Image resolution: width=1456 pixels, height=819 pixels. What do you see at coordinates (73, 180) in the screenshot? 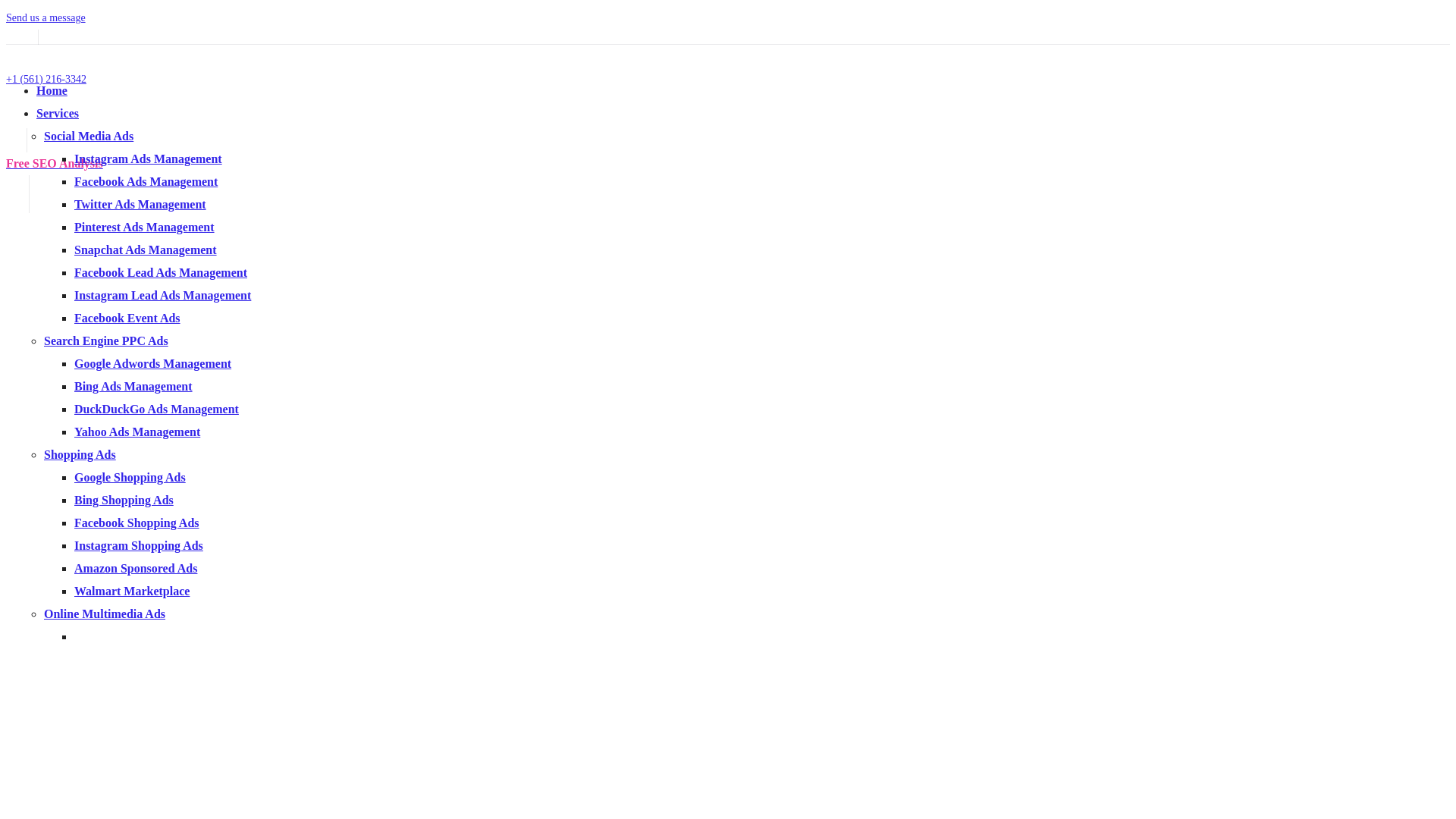
I see `'Facebook Ads Management'` at bounding box center [73, 180].